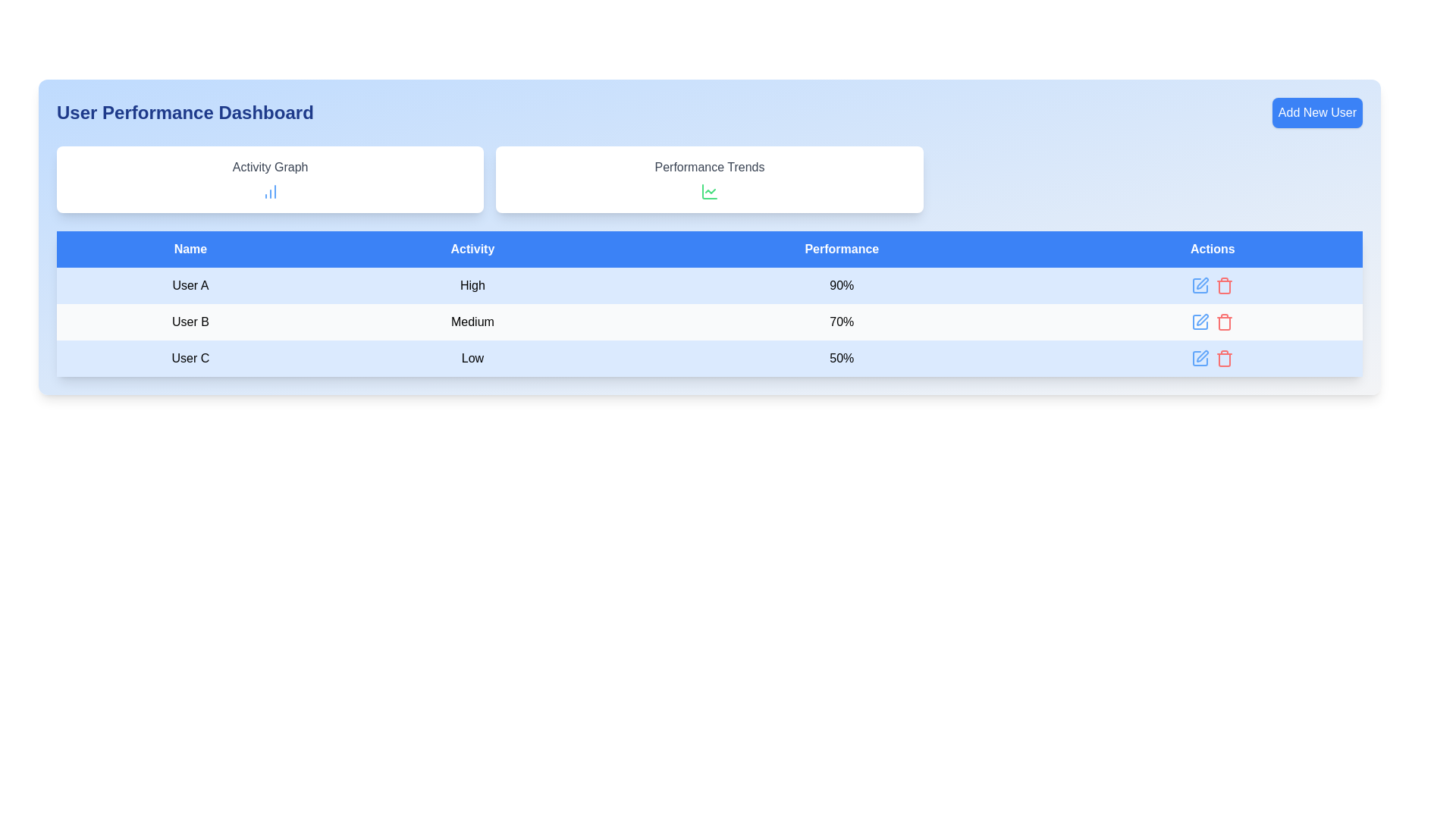 This screenshot has height=819, width=1456. Describe the element at coordinates (1316, 112) in the screenshot. I see `the button with rounded corners and a vivid blue background that reads 'Add New User' located at the upper-right corner of the interface` at that location.